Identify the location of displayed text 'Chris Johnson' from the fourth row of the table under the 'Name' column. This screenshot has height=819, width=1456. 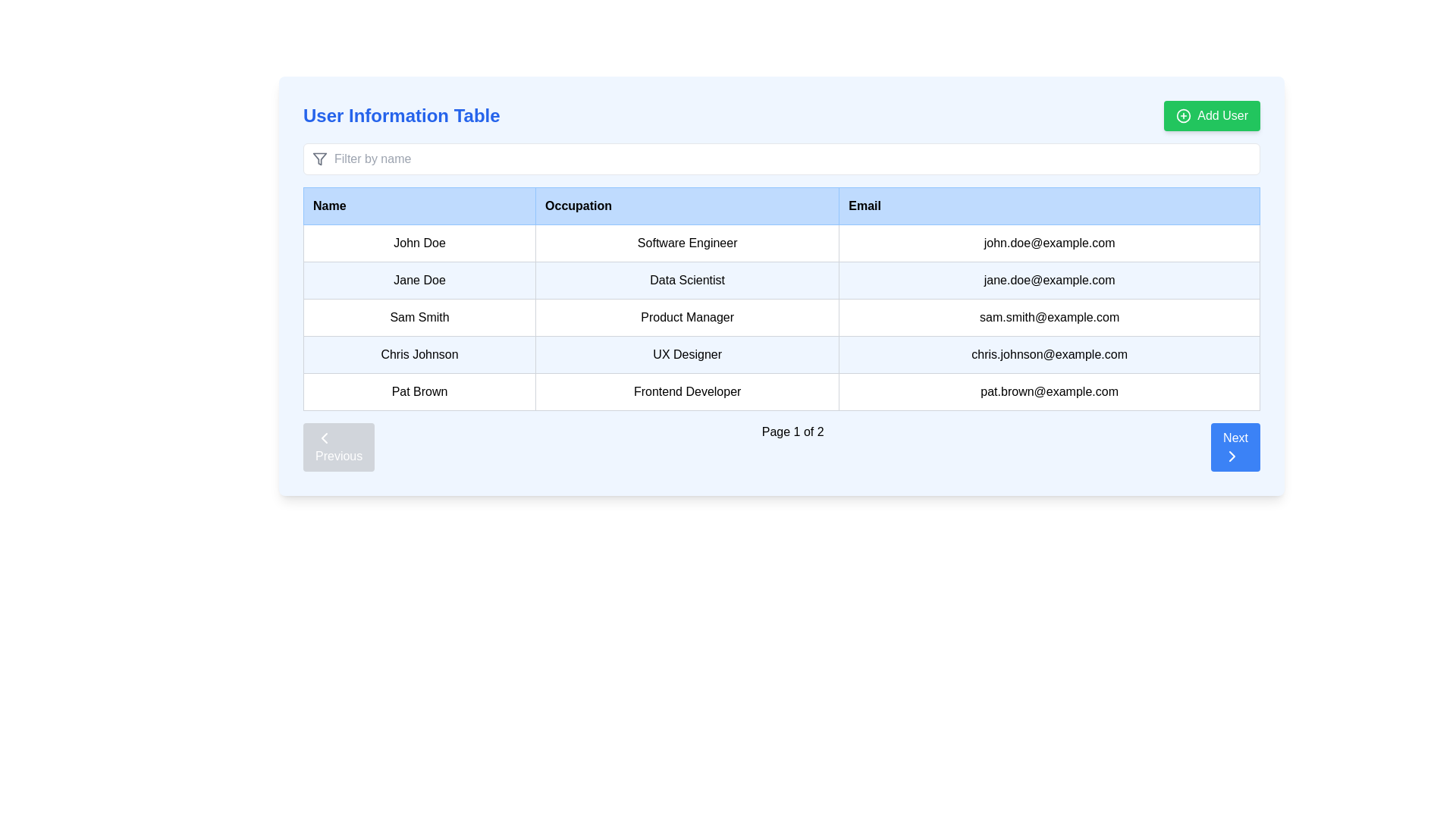
(419, 354).